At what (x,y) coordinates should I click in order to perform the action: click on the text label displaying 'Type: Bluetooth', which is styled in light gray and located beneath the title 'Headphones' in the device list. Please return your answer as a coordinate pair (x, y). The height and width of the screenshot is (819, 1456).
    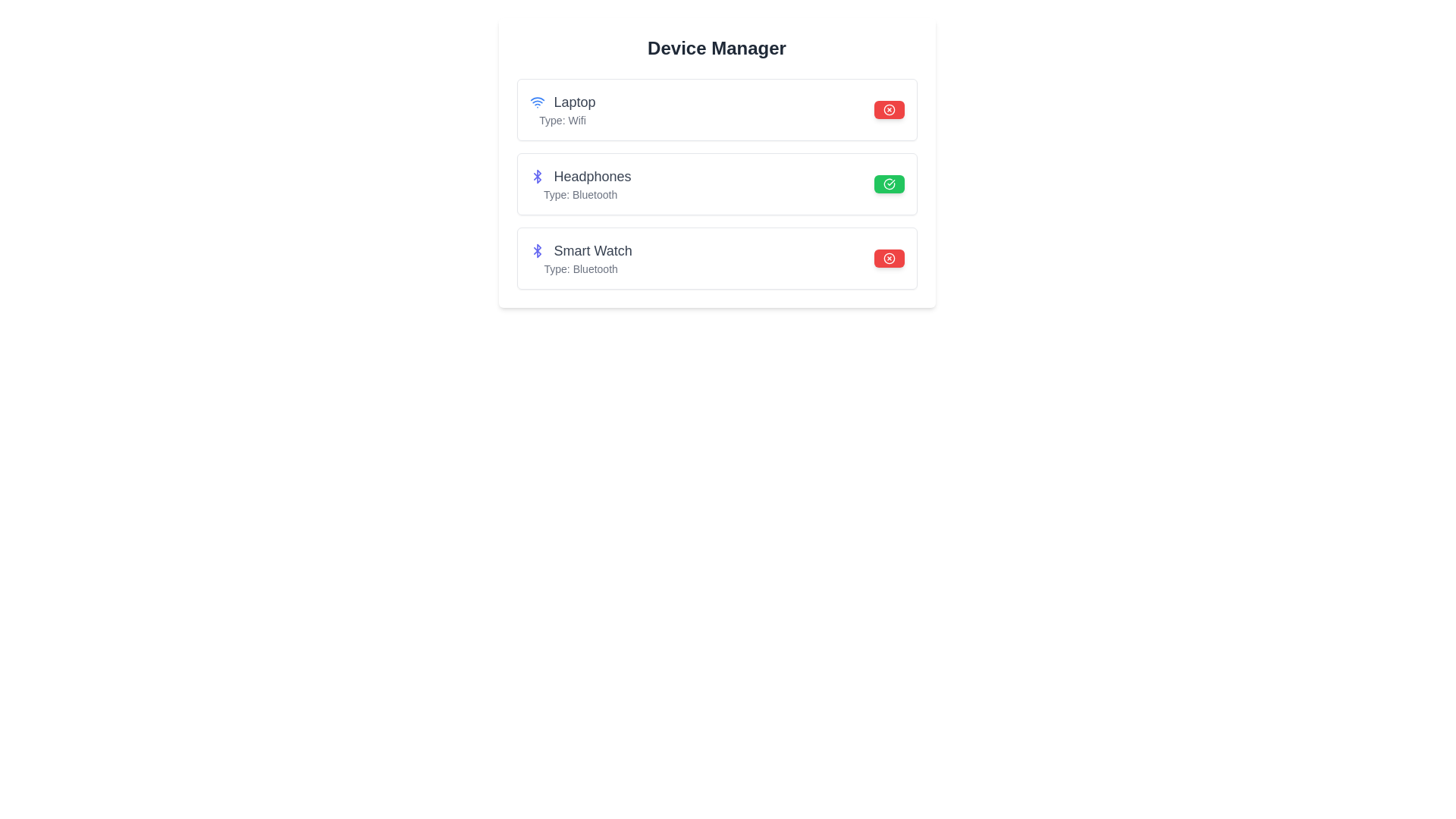
    Looking at the image, I should click on (579, 194).